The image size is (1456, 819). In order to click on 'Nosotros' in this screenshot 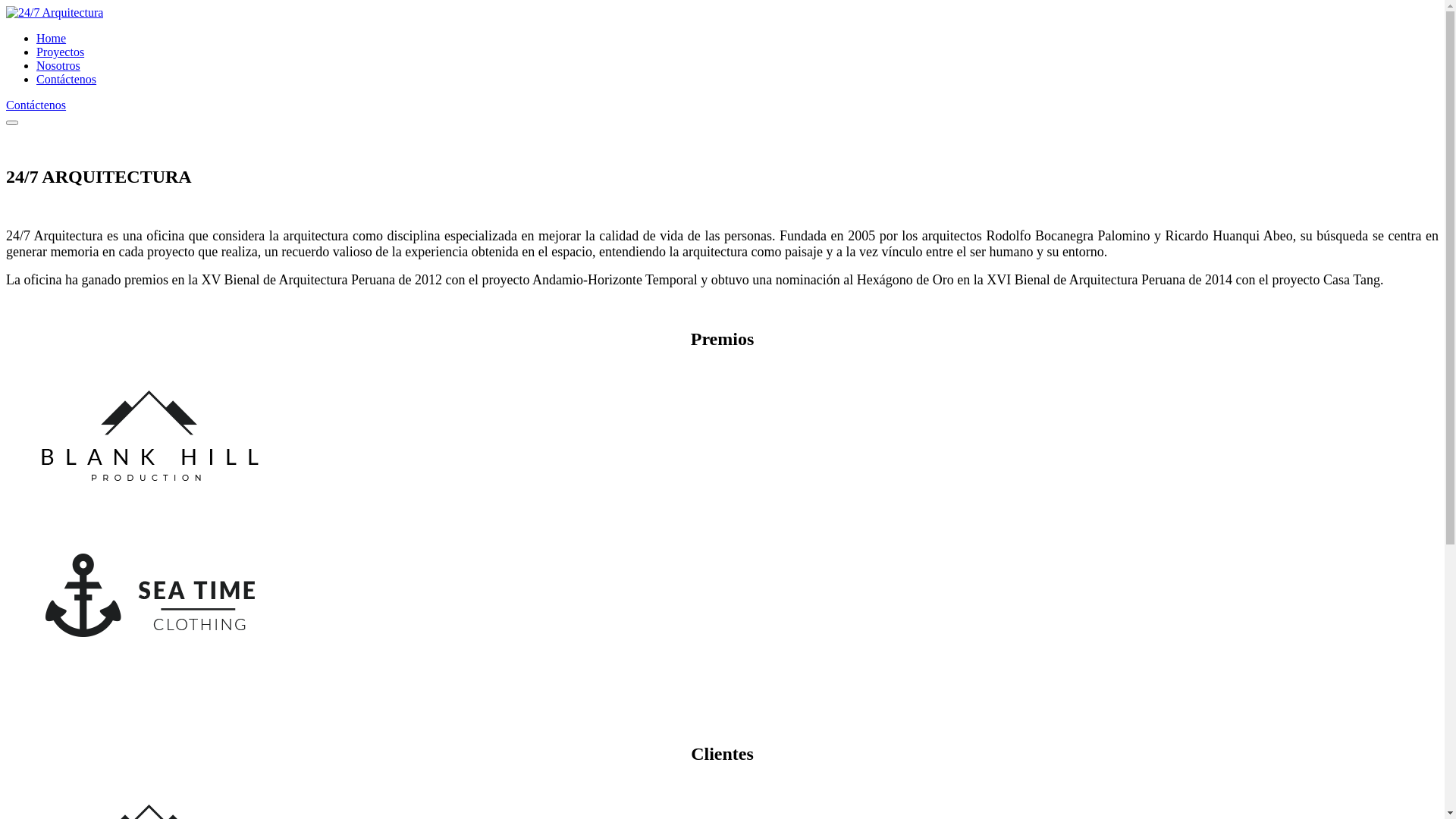, I will do `click(58, 64)`.